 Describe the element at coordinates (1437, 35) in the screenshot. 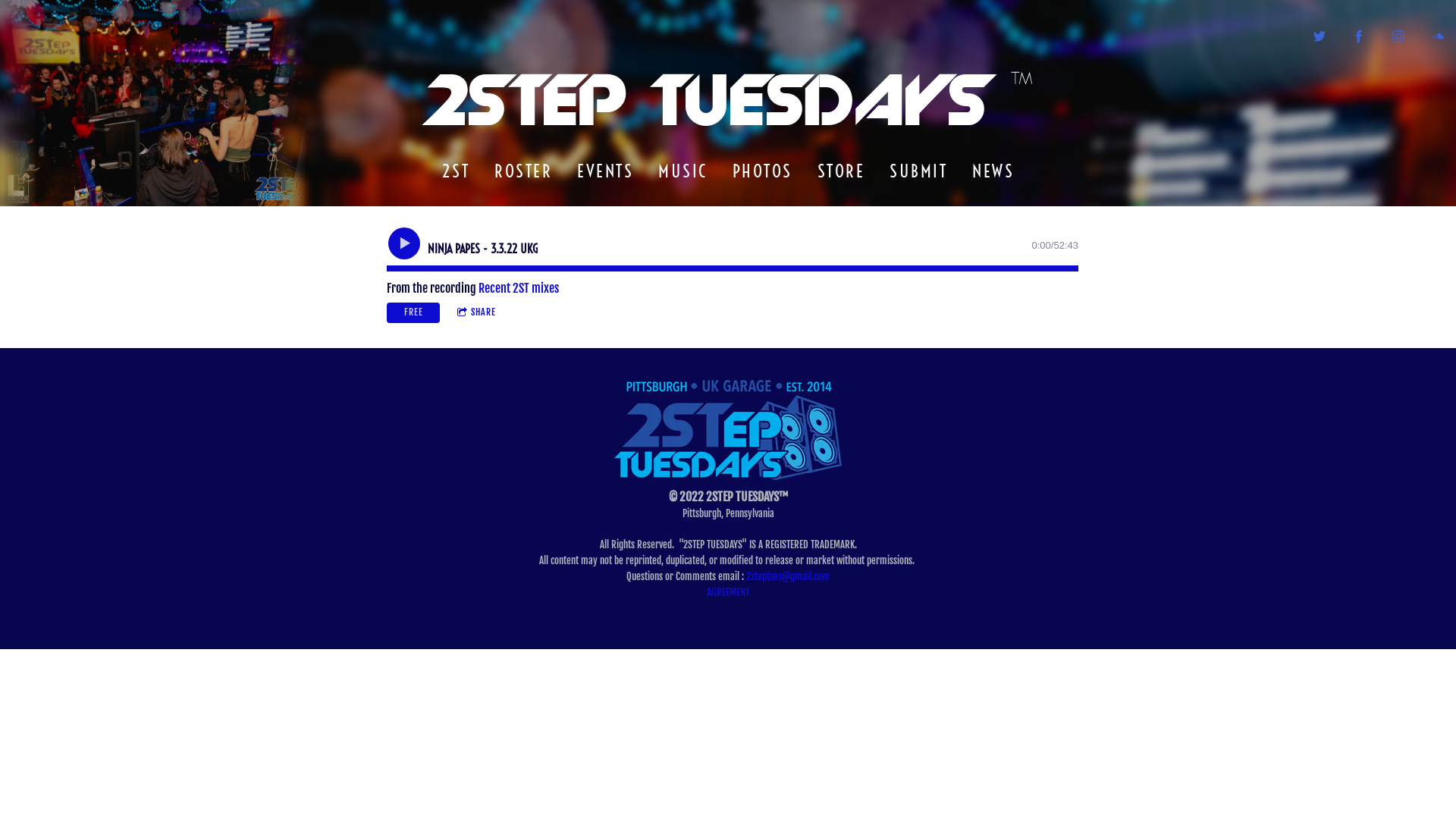

I see `'https://soundcloud.com/2steptues'` at that location.